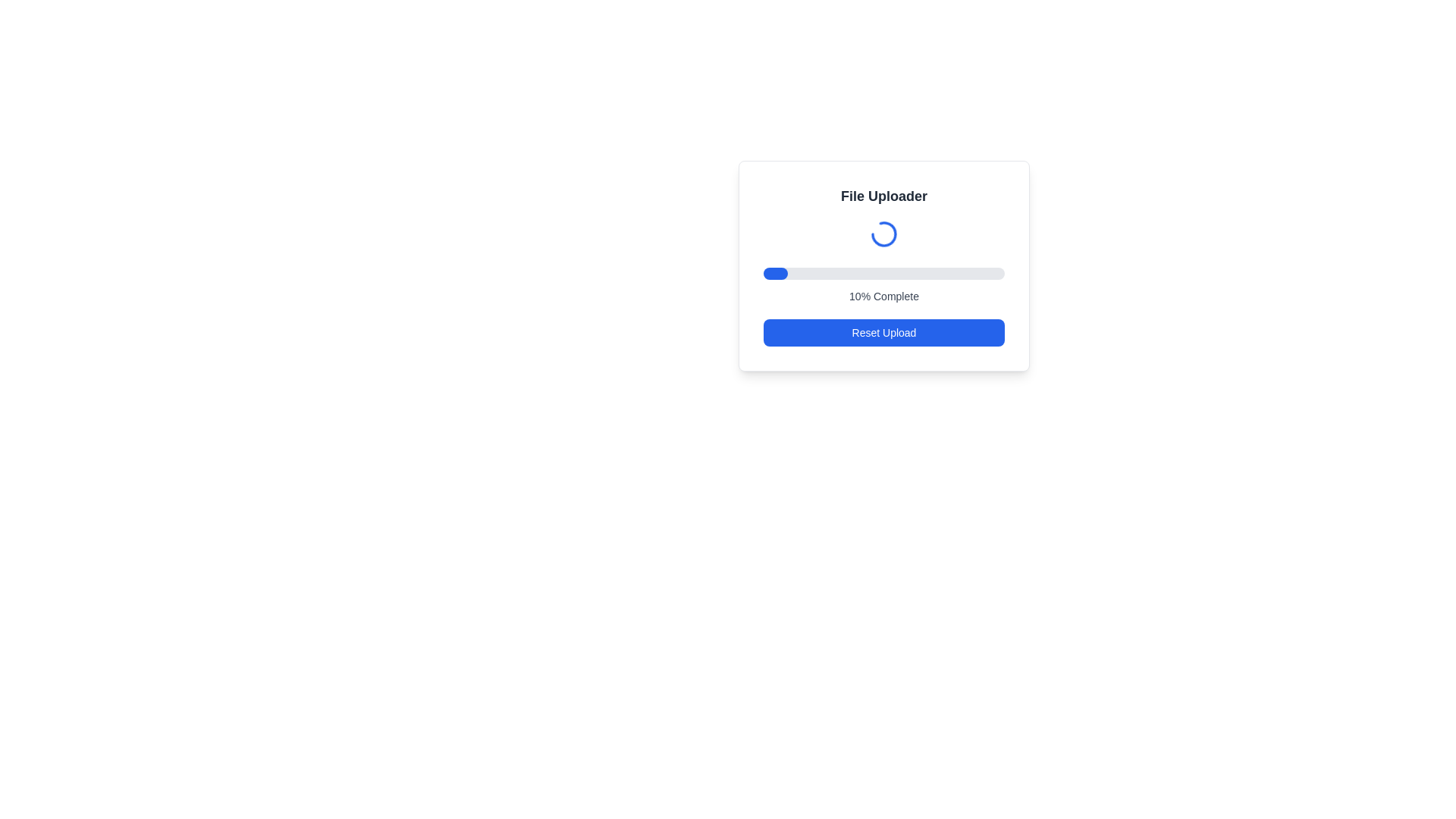 The image size is (1456, 819). Describe the element at coordinates (884, 234) in the screenshot. I see `the Spinner/Loader icon indicating an ongoing process in the 'File Uploader' modal` at that location.